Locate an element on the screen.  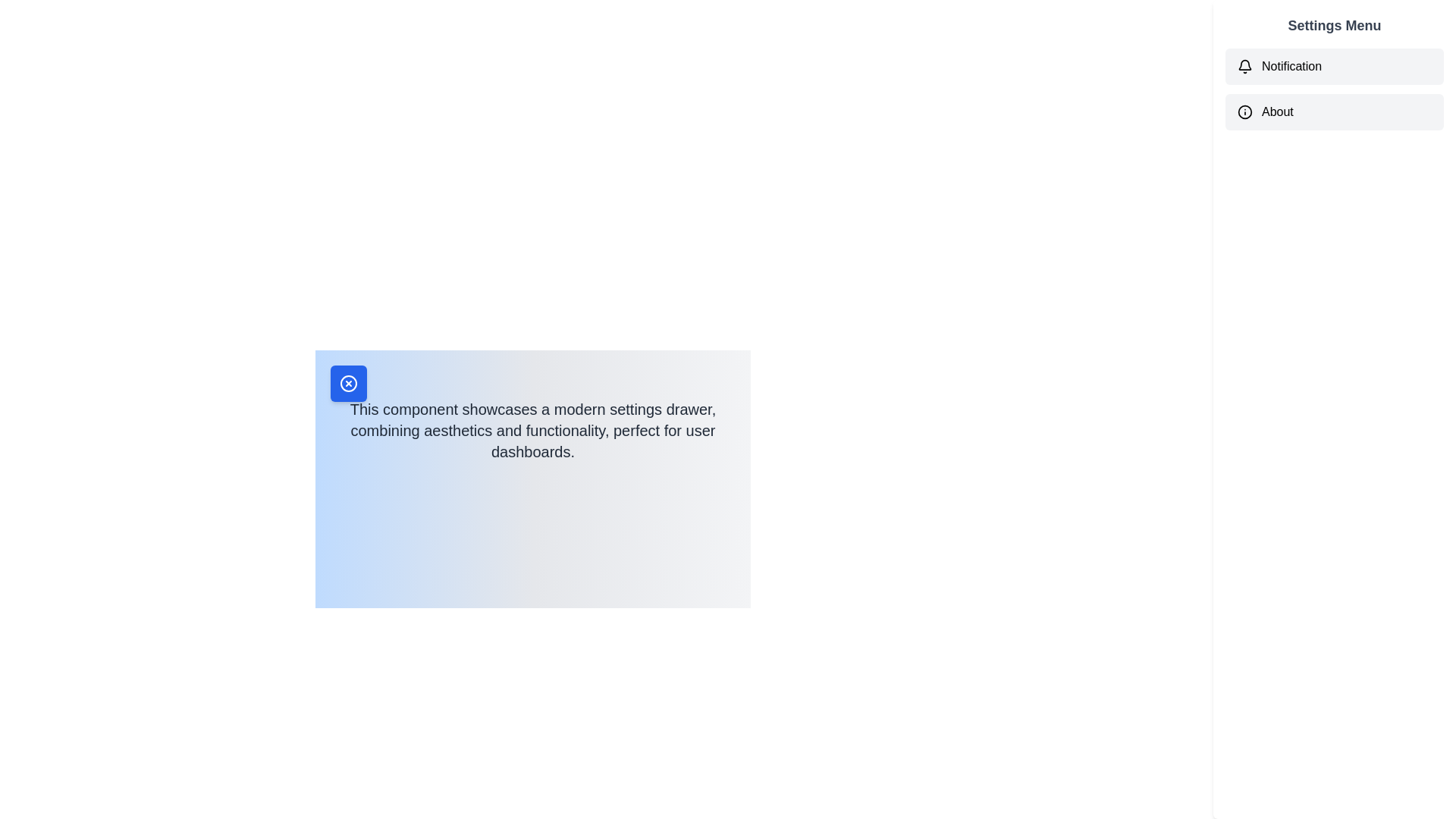
the purely decorative SVG graphic element located to the left of the 'About' menu item in the 'Settings Menu' section is located at coordinates (1244, 111).